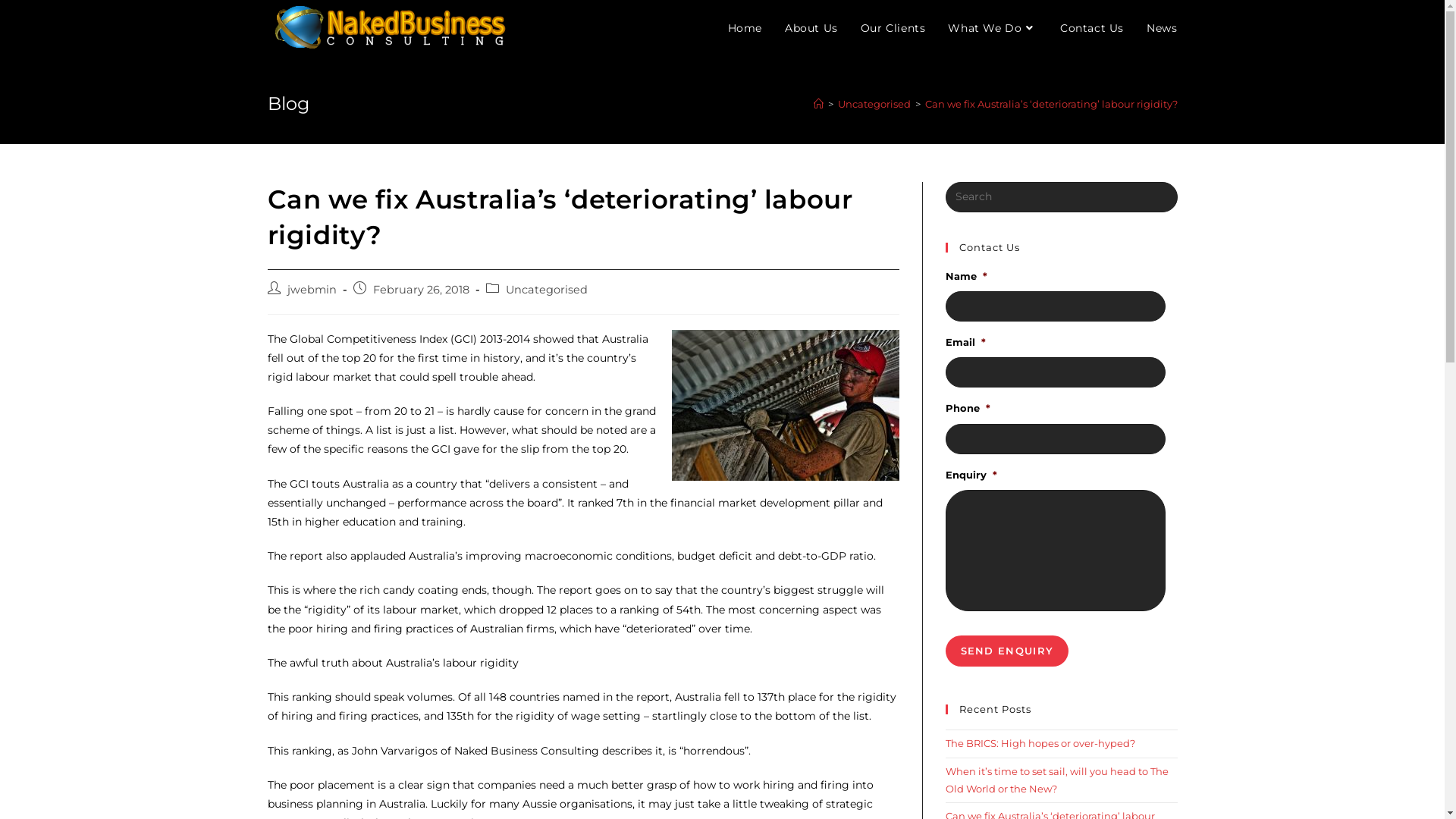 The image size is (1456, 819). What do you see at coordinates (546, 289) in the screenshot?
I see `'Uncategorised'` at bounding box center [546, 289].